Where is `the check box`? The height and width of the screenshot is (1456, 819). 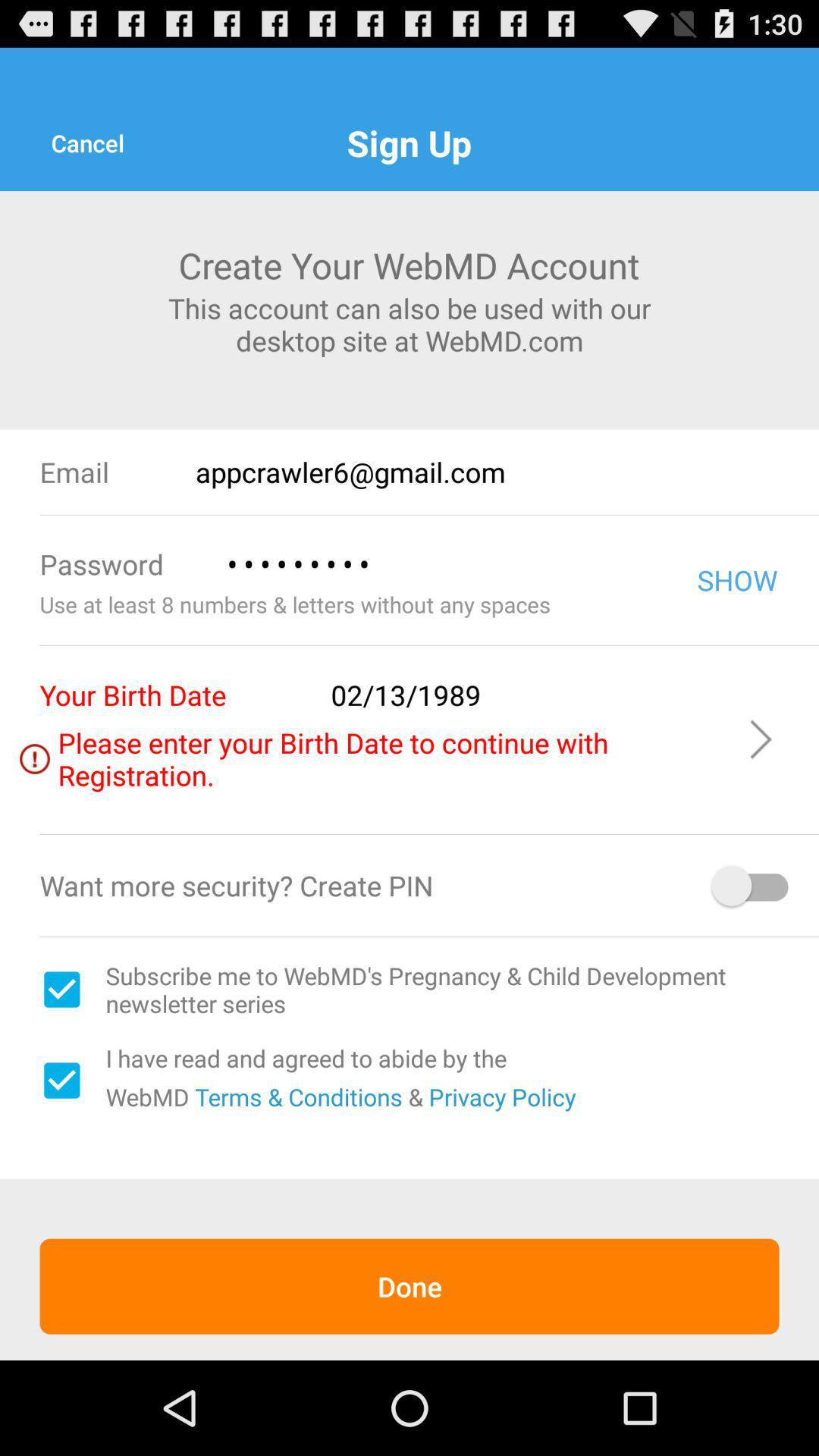 the check box is located at coordinates (61, 1080).